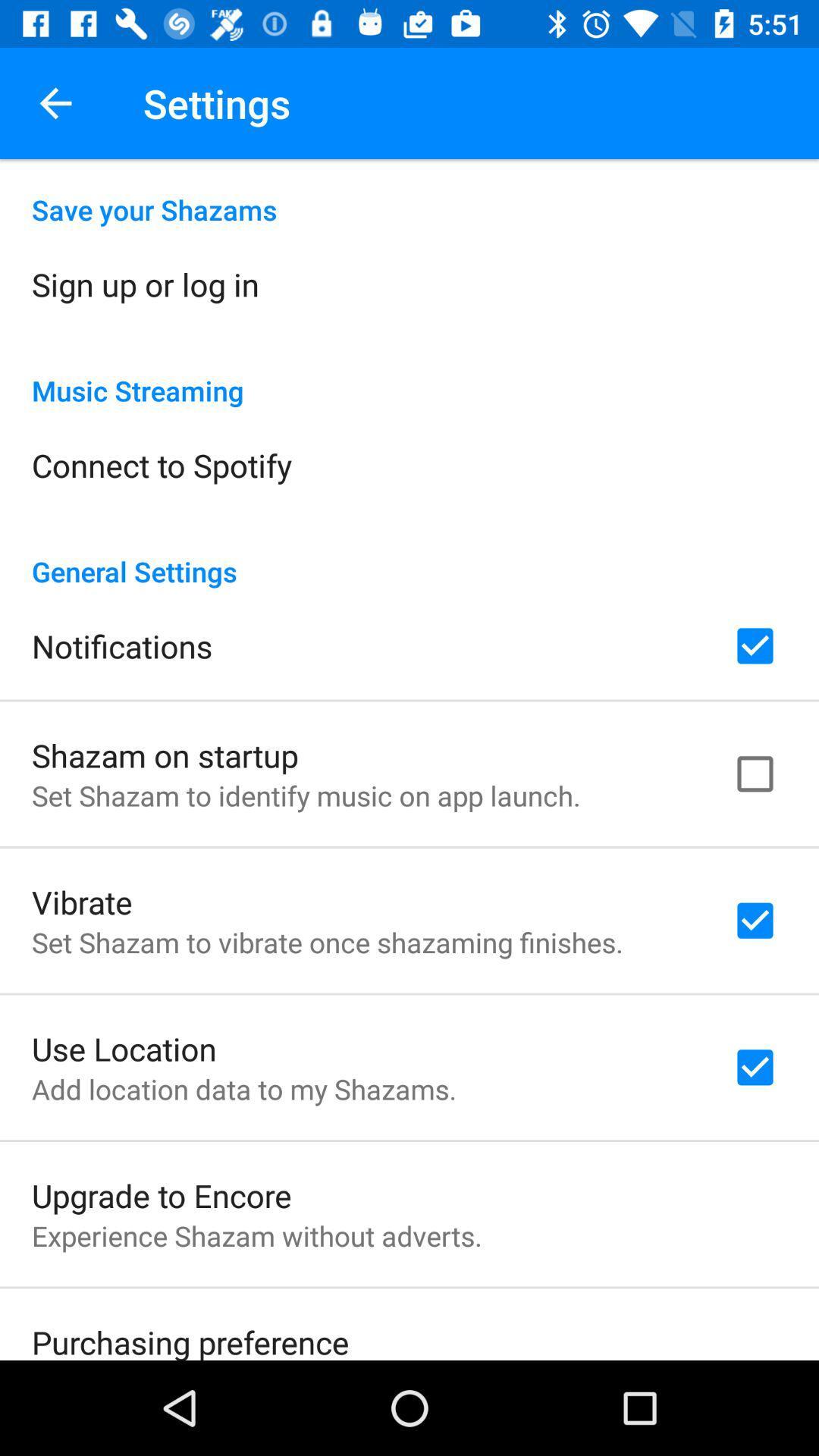 This screenshot has width=819, height=1456. I want to click on the save your shazams, so click(409, 193).